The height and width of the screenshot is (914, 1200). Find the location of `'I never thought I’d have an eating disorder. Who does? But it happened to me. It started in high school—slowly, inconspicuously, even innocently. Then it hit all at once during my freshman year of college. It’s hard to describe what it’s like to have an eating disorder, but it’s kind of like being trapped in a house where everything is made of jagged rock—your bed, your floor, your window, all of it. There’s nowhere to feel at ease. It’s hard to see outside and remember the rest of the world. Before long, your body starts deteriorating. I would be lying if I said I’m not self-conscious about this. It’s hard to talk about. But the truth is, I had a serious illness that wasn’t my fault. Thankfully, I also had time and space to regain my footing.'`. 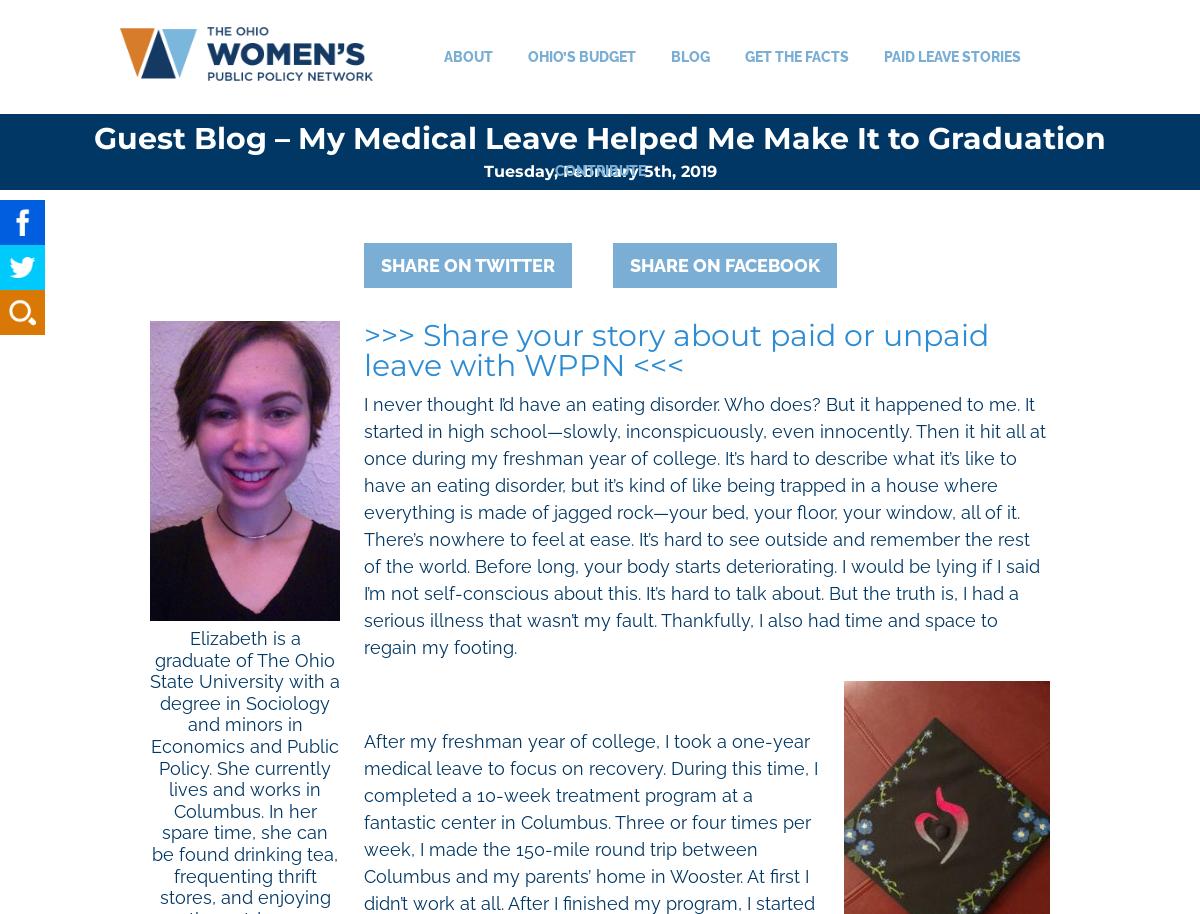

'I never thought I’d have an eating disorder. Who does? But it happened to me. It started in high school—slowly, inconspicuously, even innocently. Then it hit all at once during my freshman year of college. It’s hard to describe what it’s like to have an eating disorder, but it’s kind of like being trapped in a house where everything is made of jagged rock—your bed, your floor, your window, all of it. There’s nowhere to feel at ease. It’s hard to see outside and remember the rest of the world. Before long, your body starts deteriorating. I would be lying if I said I’m not self-conscious about this. It’s hard to talk about. But the truth is, I had a serious illness that wasn’t my fault. Thankfully, I also had time and space to regain my footing.' is located at coordinates (705, 525).